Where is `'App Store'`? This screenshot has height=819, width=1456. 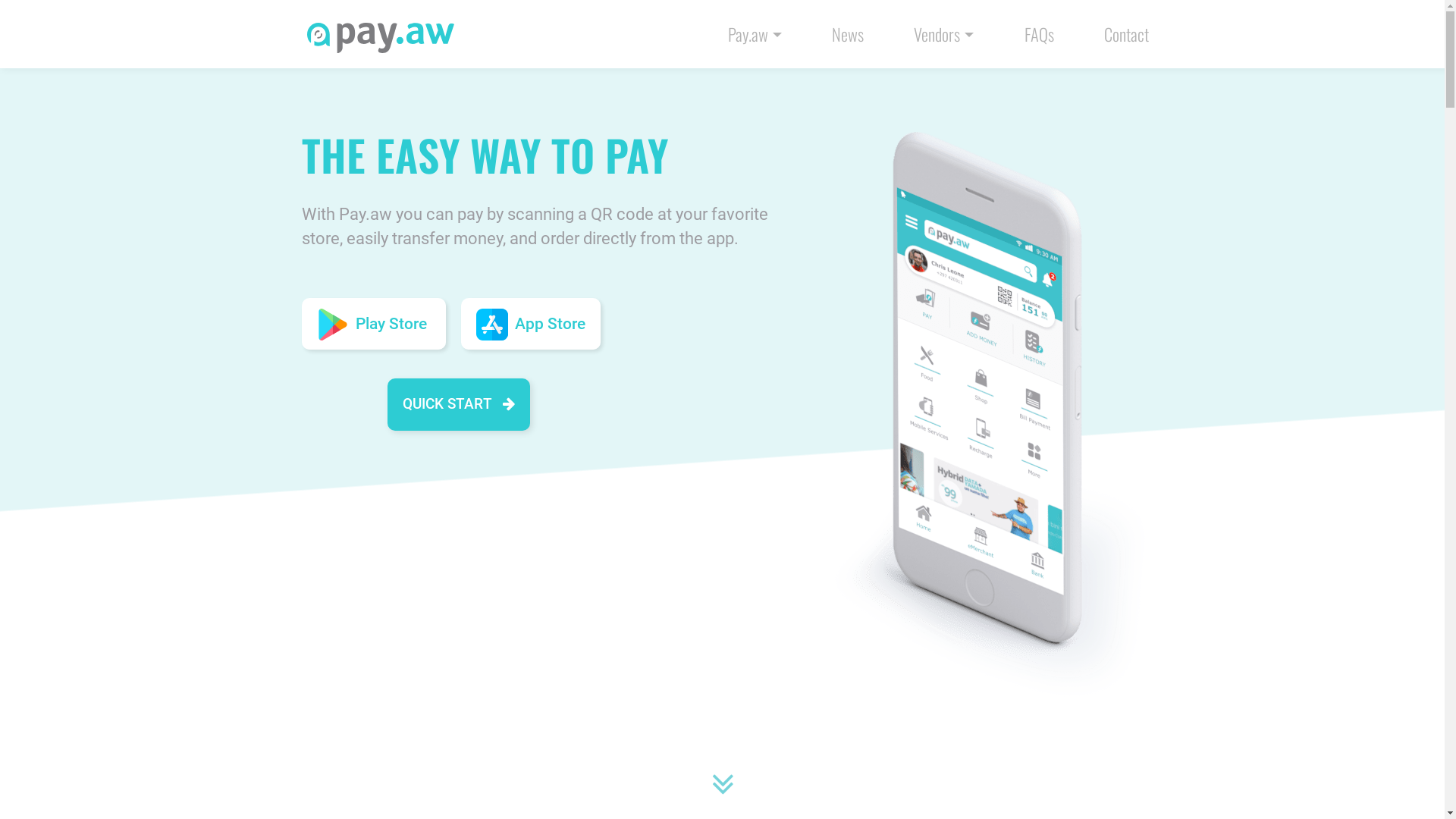 'App Store' is located at coordinates (531, 323).